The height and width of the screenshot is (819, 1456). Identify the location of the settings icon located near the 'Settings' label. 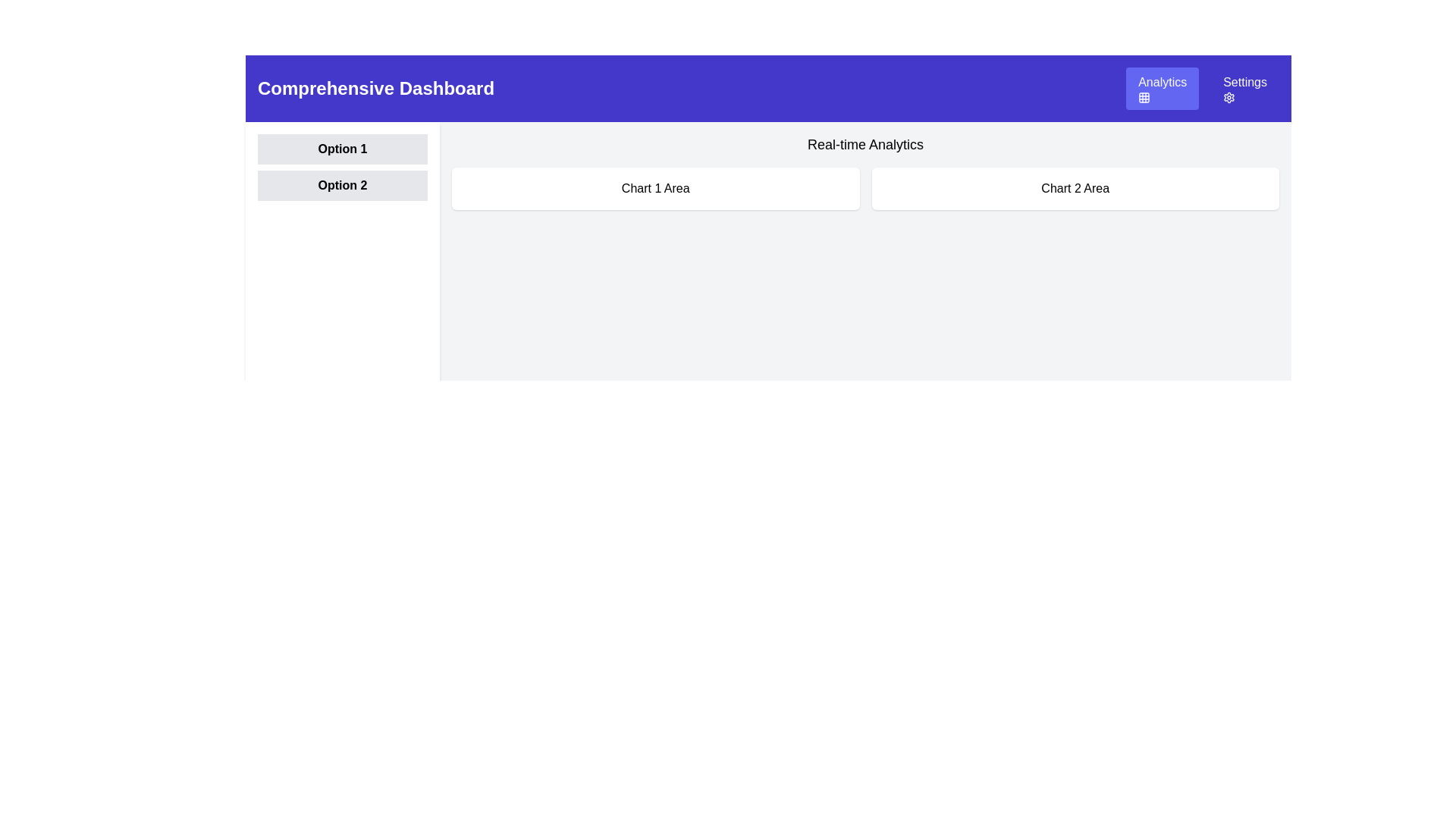
(1229, 97).